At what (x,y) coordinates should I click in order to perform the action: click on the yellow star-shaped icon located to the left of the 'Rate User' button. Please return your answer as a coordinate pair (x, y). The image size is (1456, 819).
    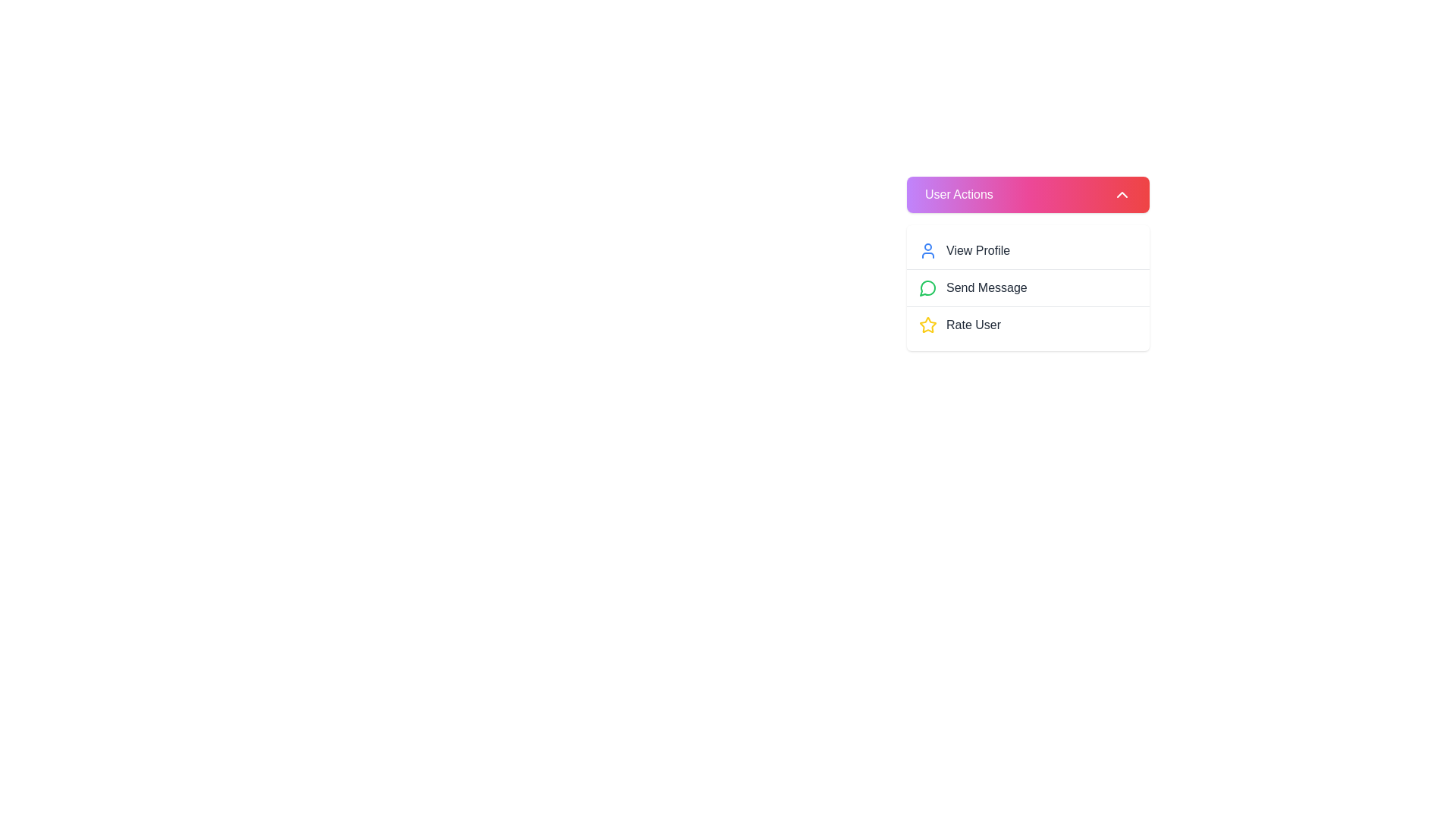
    Looking at the image, I should click on (927, 324).